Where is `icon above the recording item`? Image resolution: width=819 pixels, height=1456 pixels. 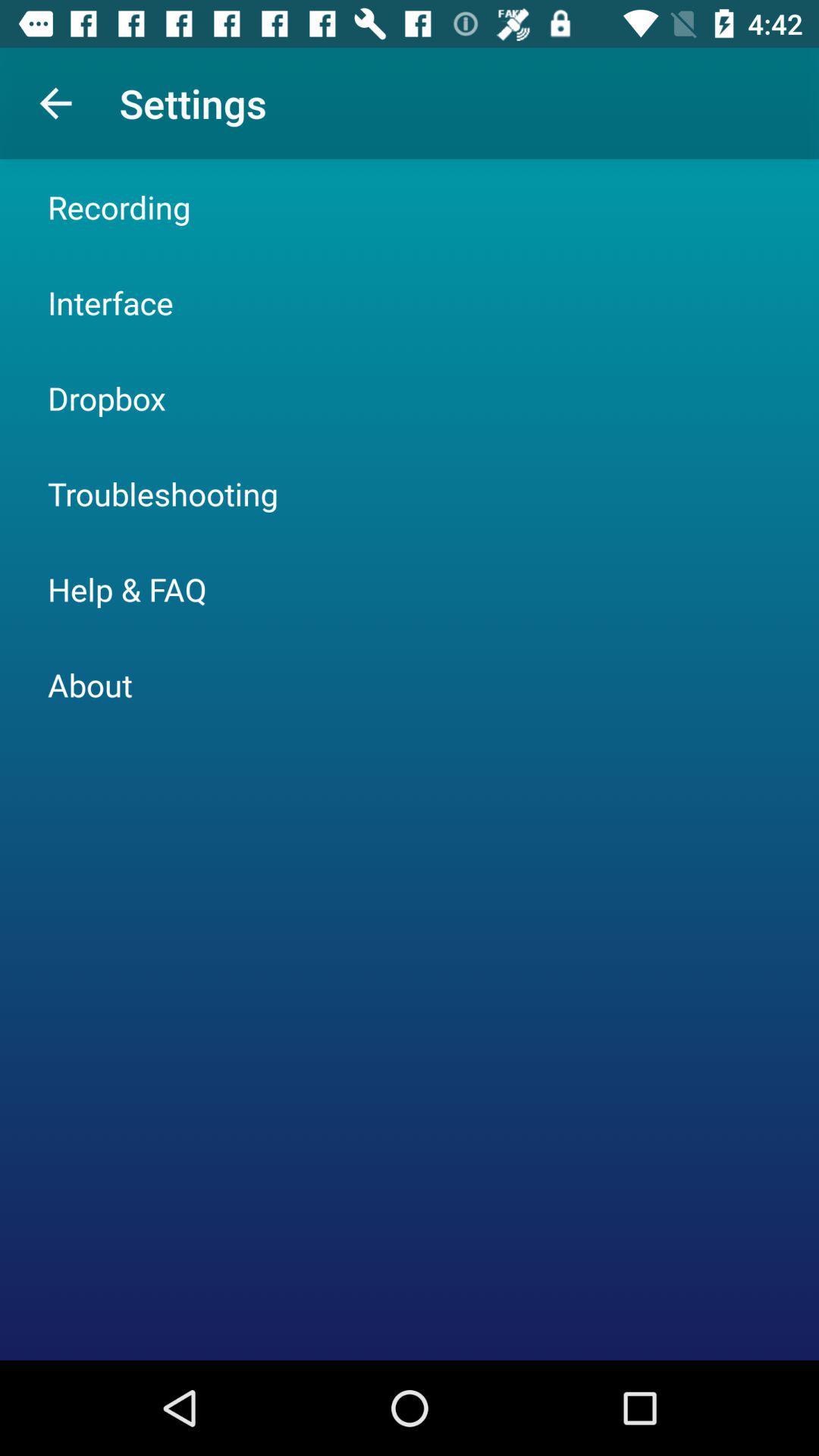
icon above the recording item is located at coordinates (55, 102).